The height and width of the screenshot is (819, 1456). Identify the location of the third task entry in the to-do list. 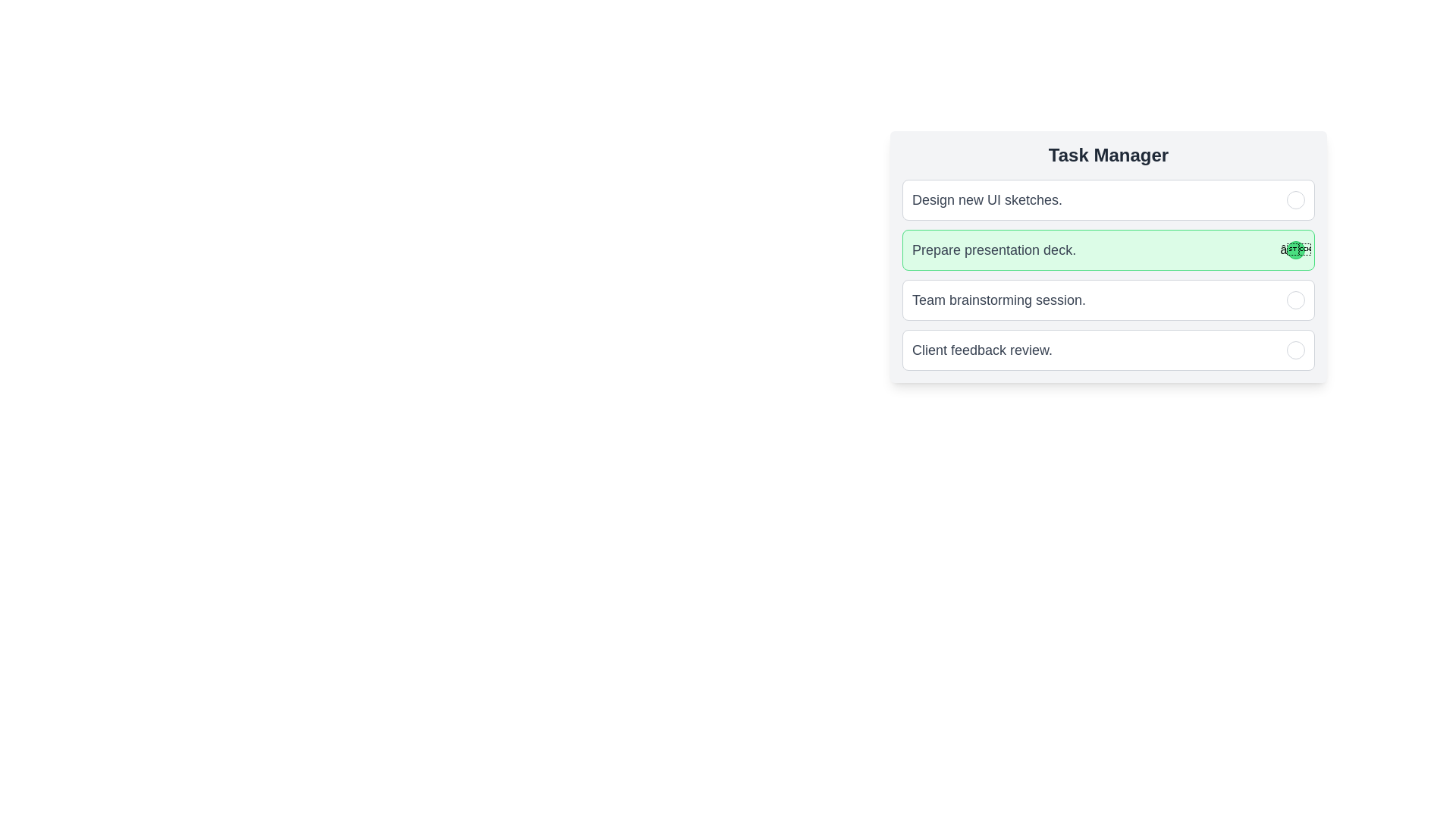
(1109, 300).